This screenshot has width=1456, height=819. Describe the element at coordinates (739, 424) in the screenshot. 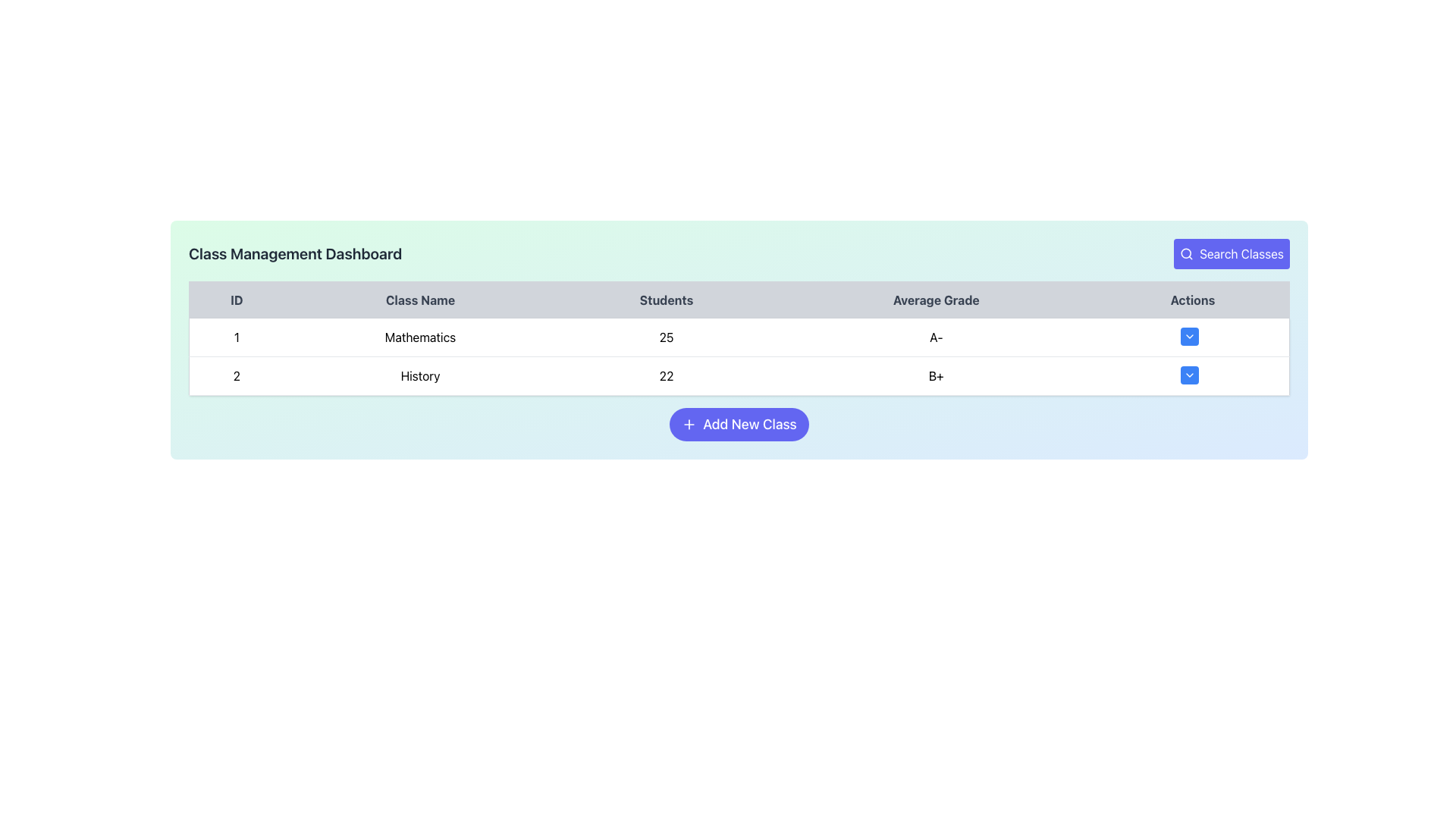

I see `the 'Add New Class' button which is a full-width rounded button with a blue fill and white bold text, located near the bottom of the interface` at that location.